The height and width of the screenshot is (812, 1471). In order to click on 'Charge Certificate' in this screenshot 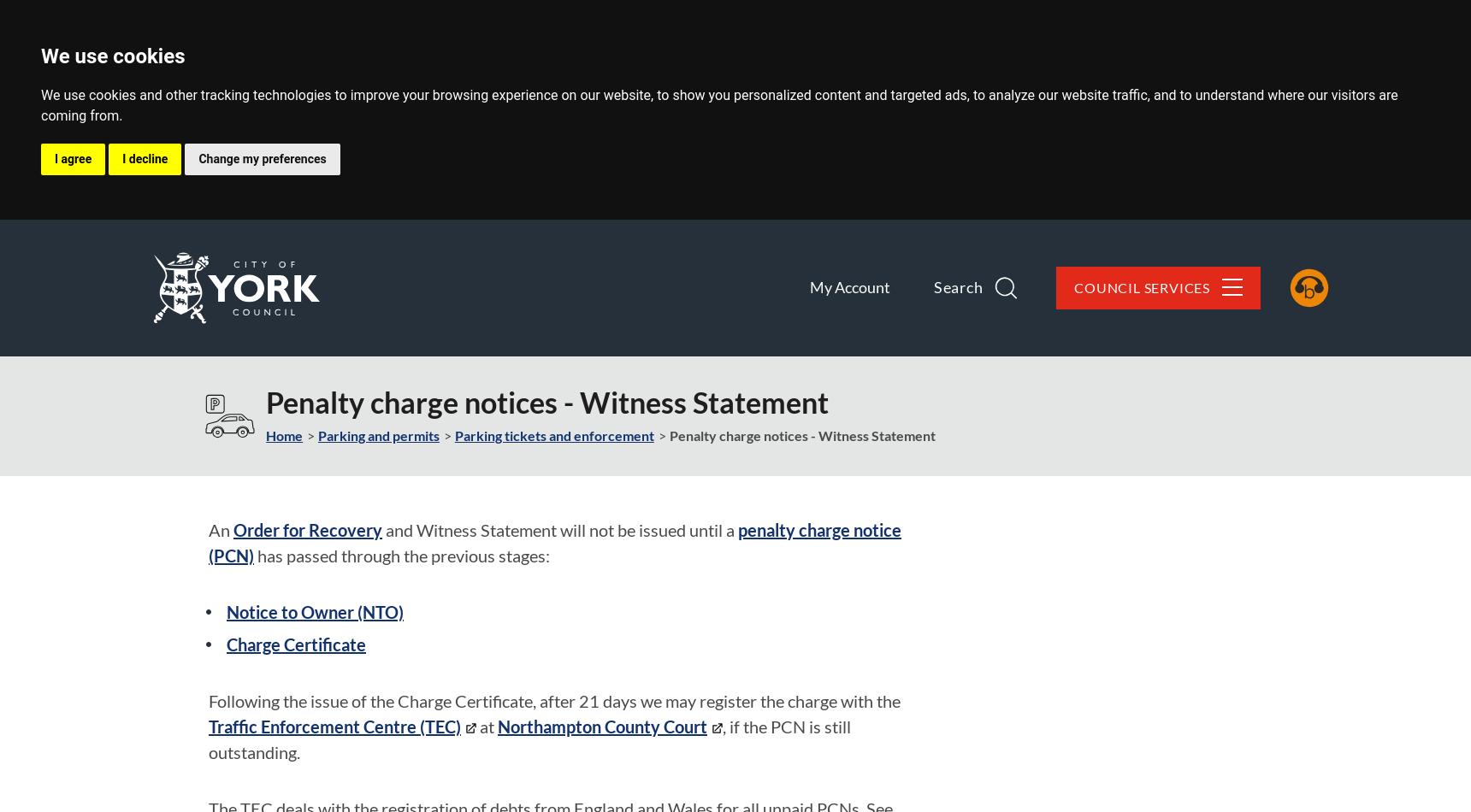, I will do `click(227, 642)`.